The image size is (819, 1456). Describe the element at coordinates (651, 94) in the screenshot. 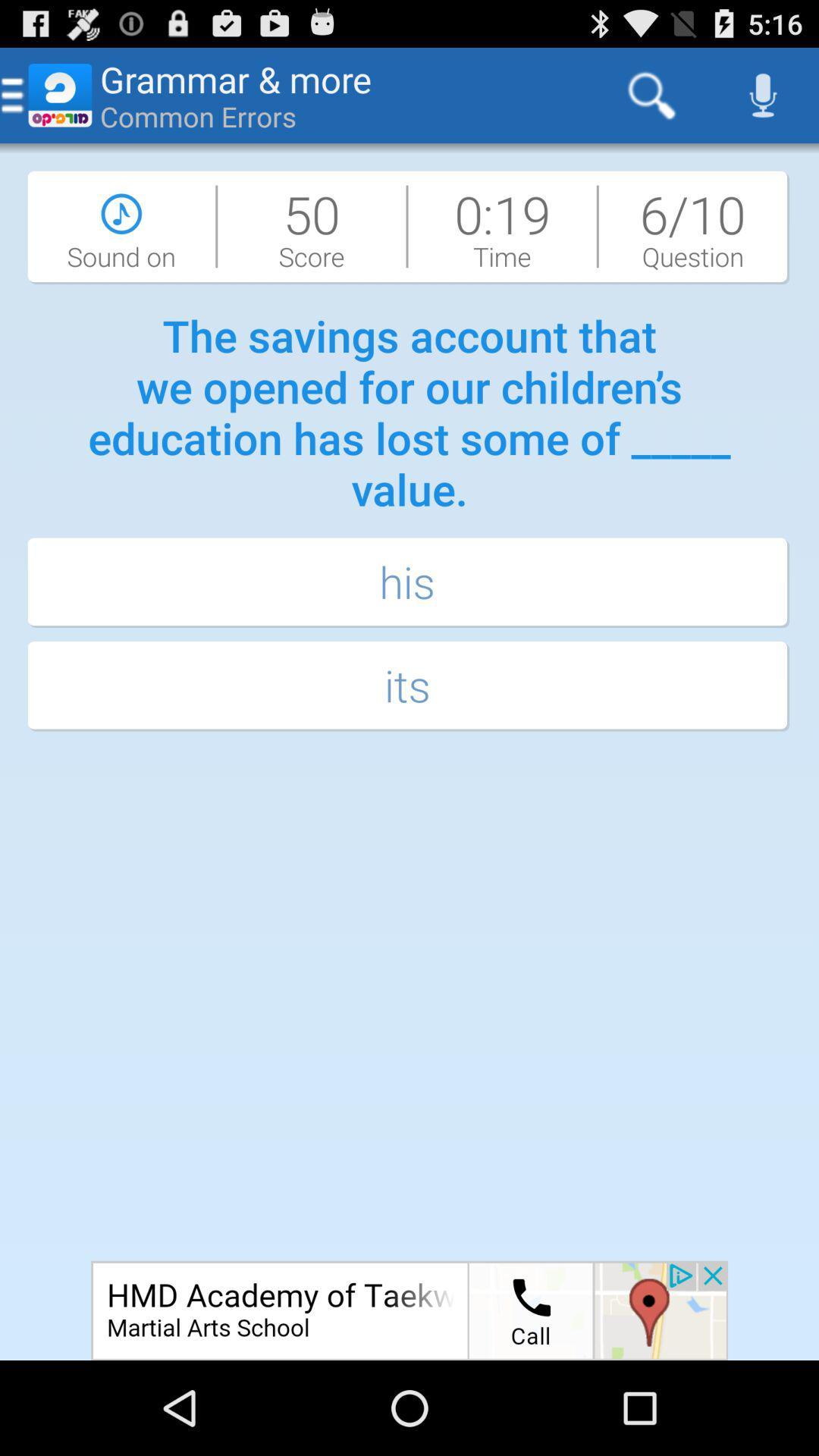

I see `app to the right of the grammar & more icon` at that location.